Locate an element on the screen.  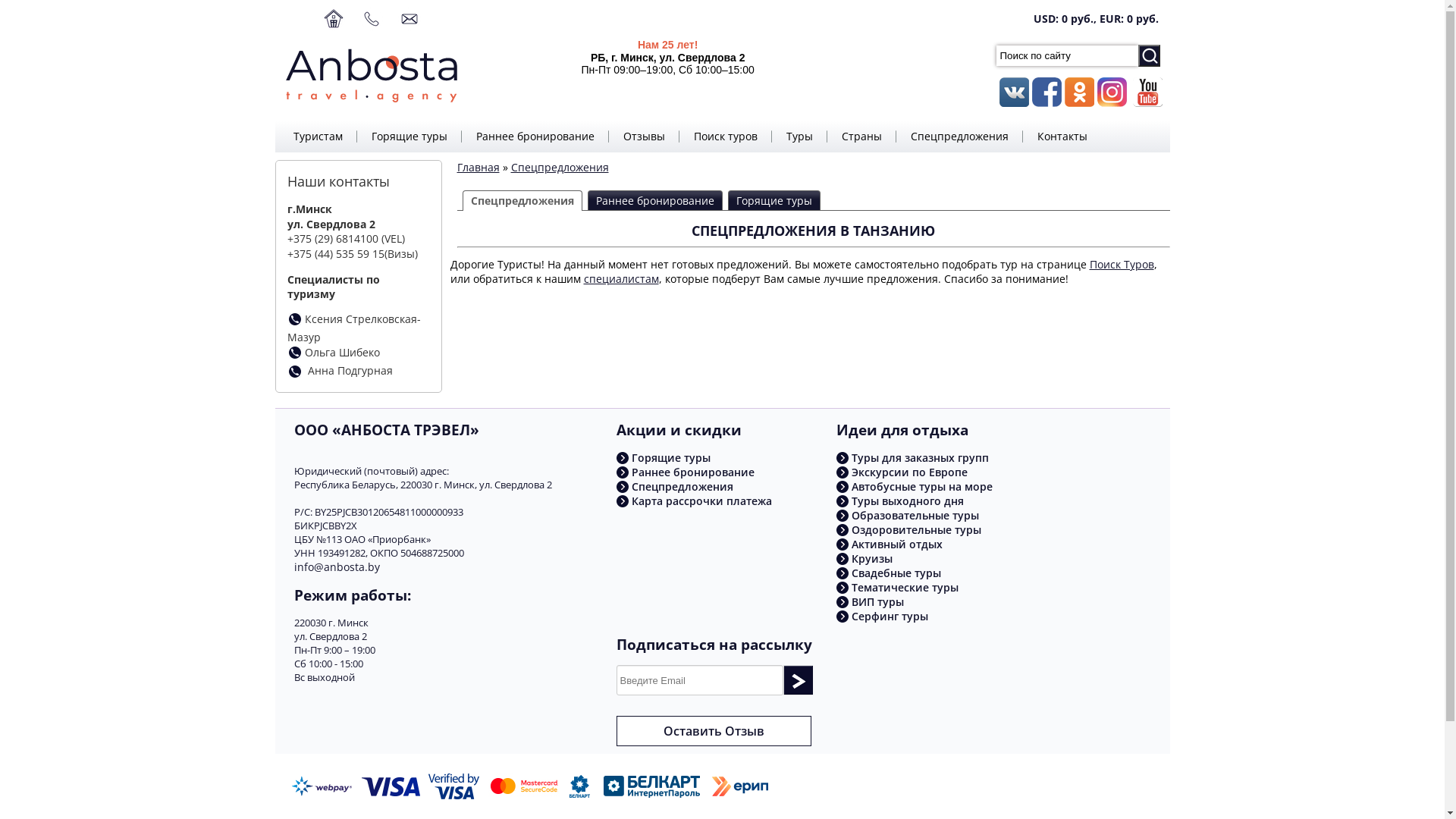
'+375 (44) 535 59 15' is located at coordinates (334, 253).